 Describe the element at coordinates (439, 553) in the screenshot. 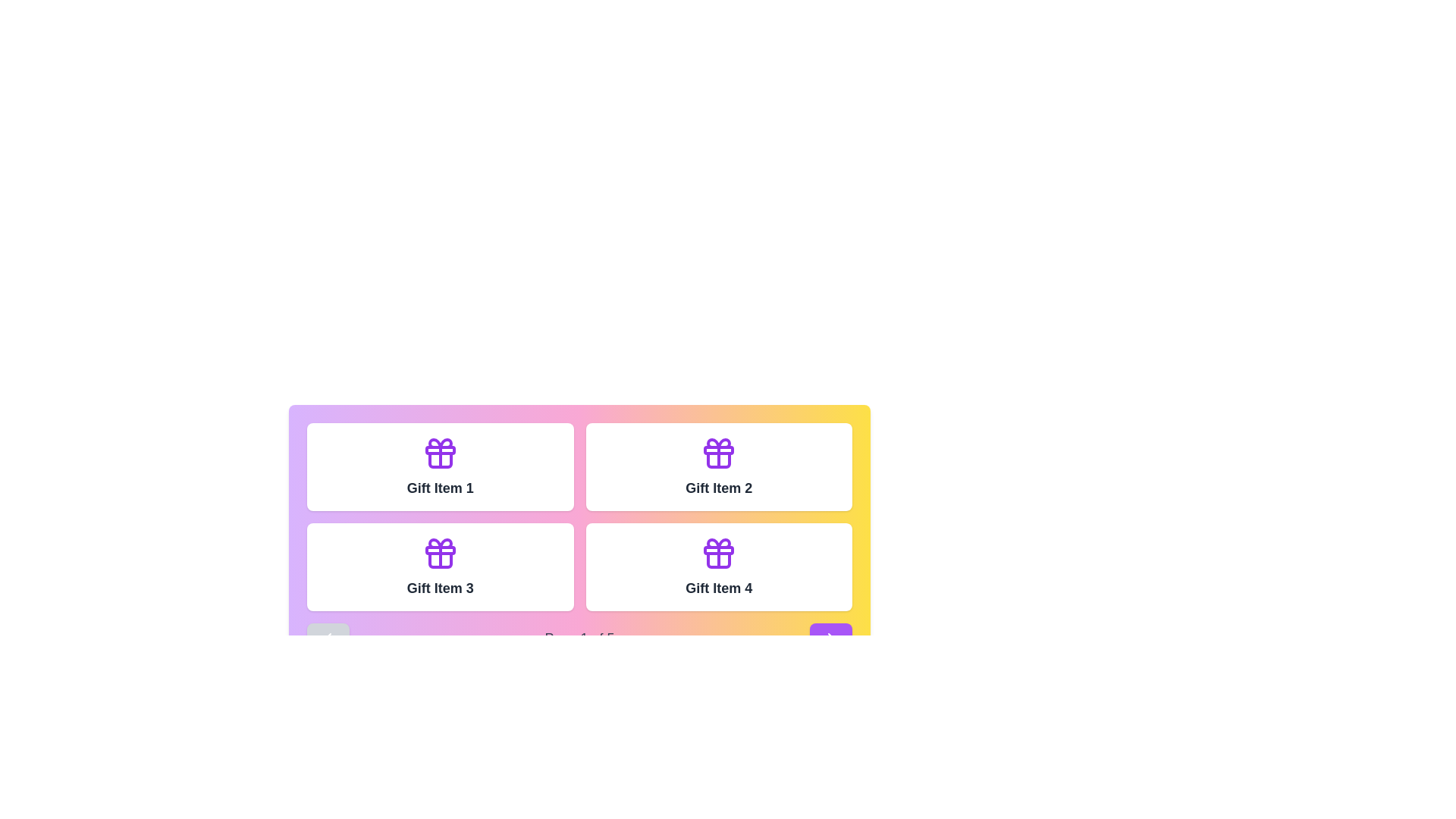

I see `the gift icon located in the first column of the second row of a grid of white cards, positioned above the label 'Gift Item 3'` at that location.